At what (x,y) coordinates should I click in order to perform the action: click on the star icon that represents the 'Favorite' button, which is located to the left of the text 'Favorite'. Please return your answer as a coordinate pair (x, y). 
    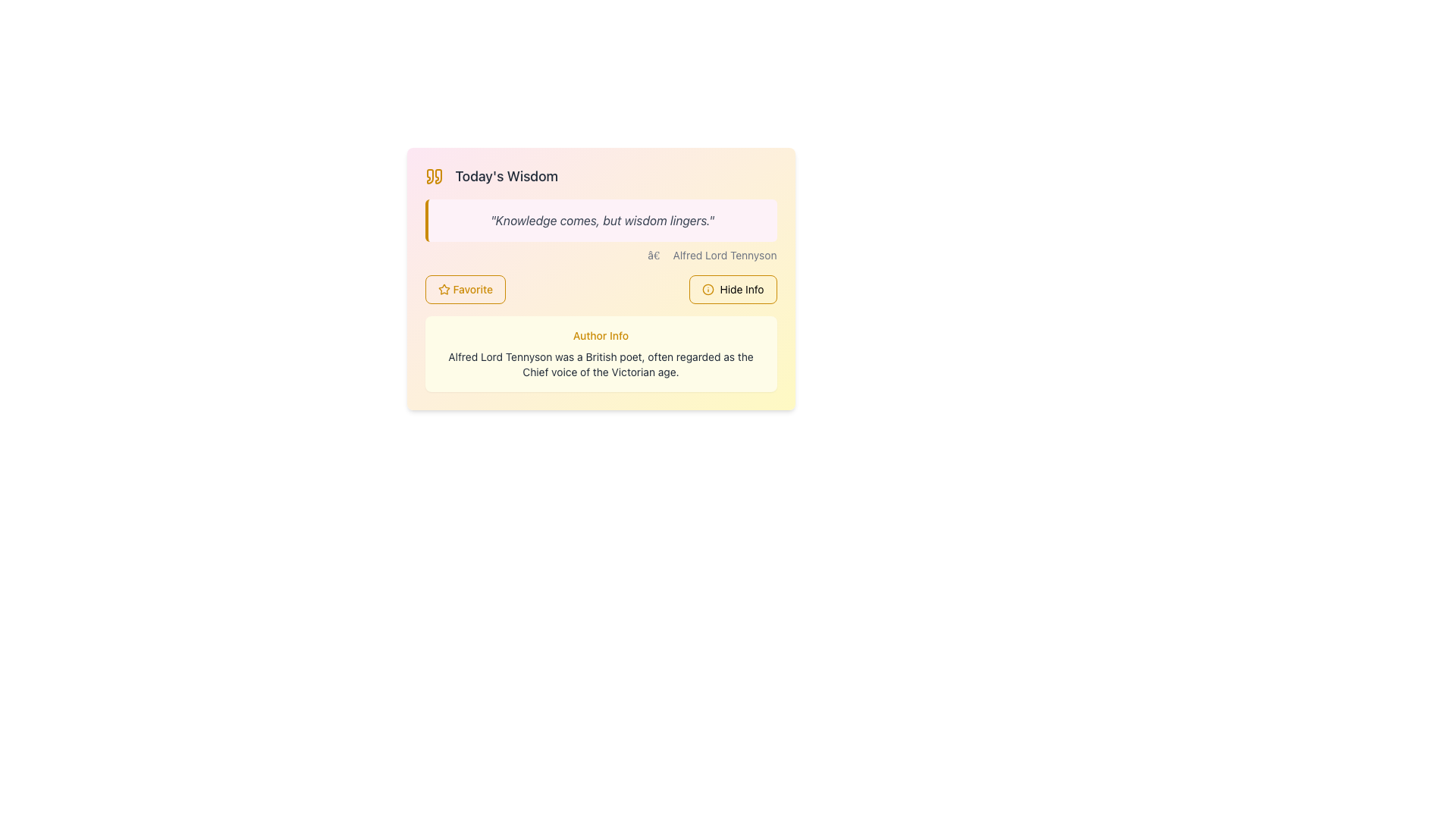
    Looking at the image, I should click on (443, 289).